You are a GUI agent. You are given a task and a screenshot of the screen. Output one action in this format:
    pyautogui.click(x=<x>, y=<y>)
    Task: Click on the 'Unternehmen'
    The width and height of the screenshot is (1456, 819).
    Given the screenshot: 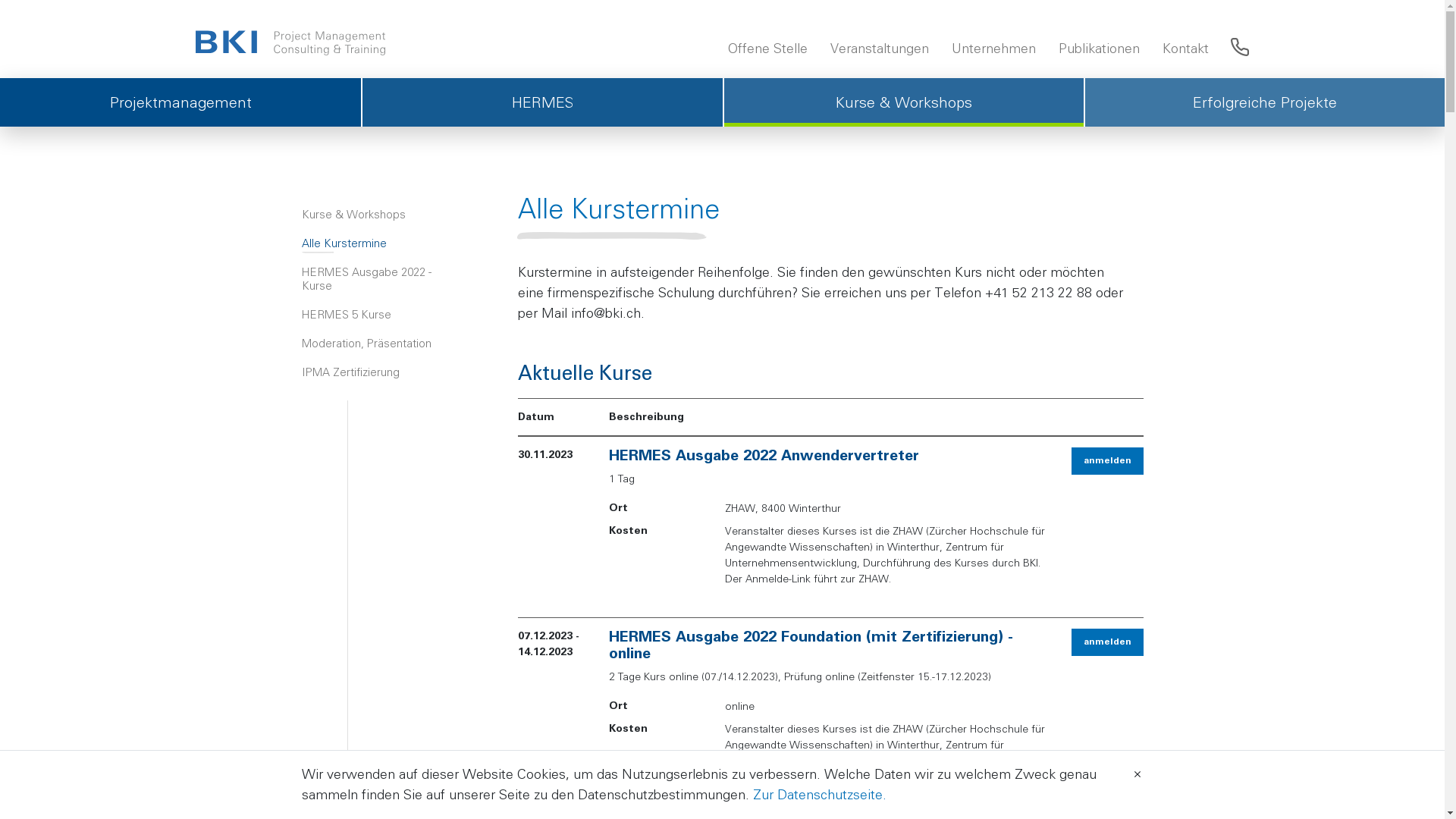 What is the action you would take?
    pyautogui.click(x=993, y=48)
    